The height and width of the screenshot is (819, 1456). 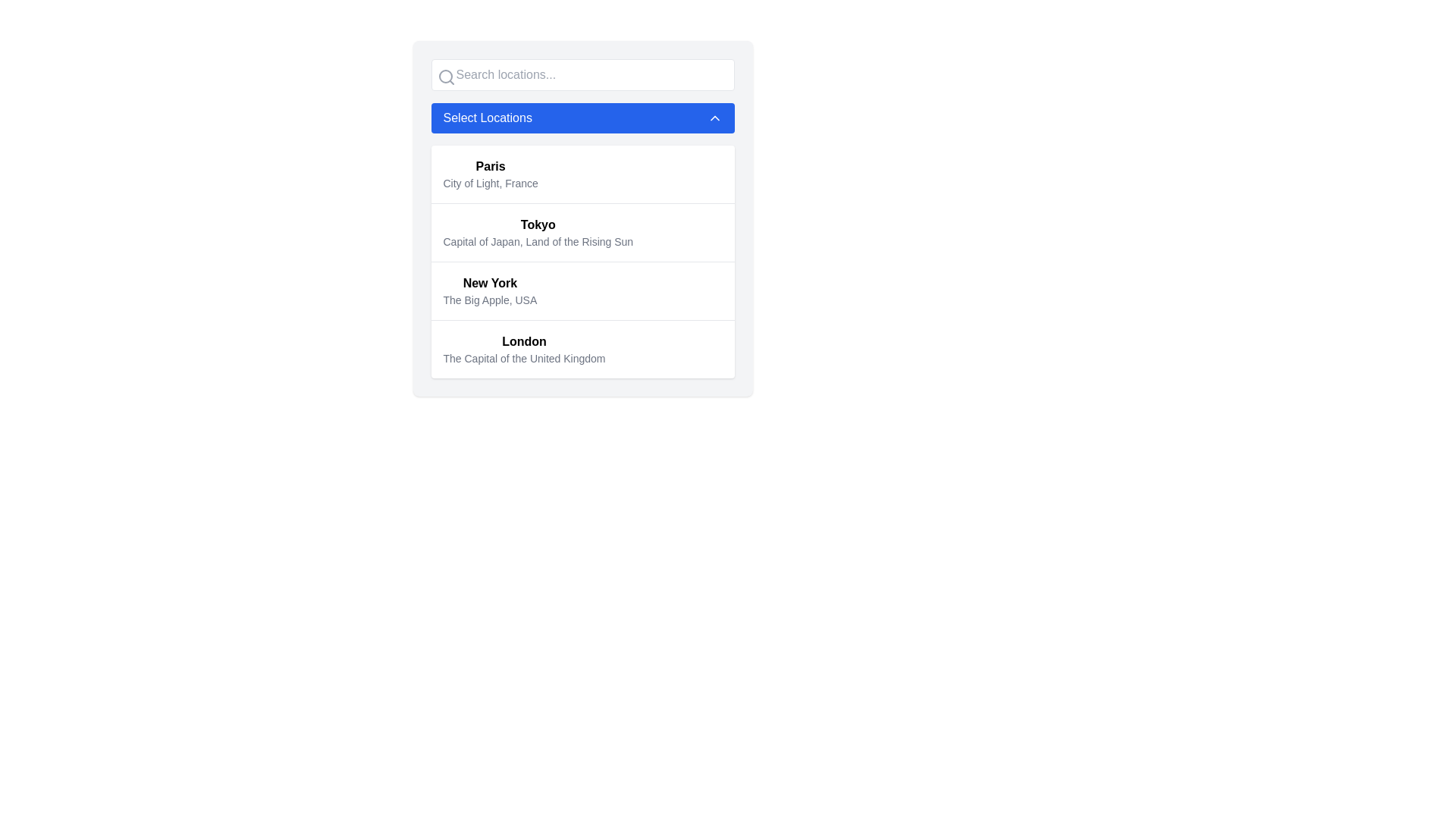 What do you see at coordinates (582, 349) in the screenshot?
I see `the list item representing 'London'` at bounding box center [582, 349].